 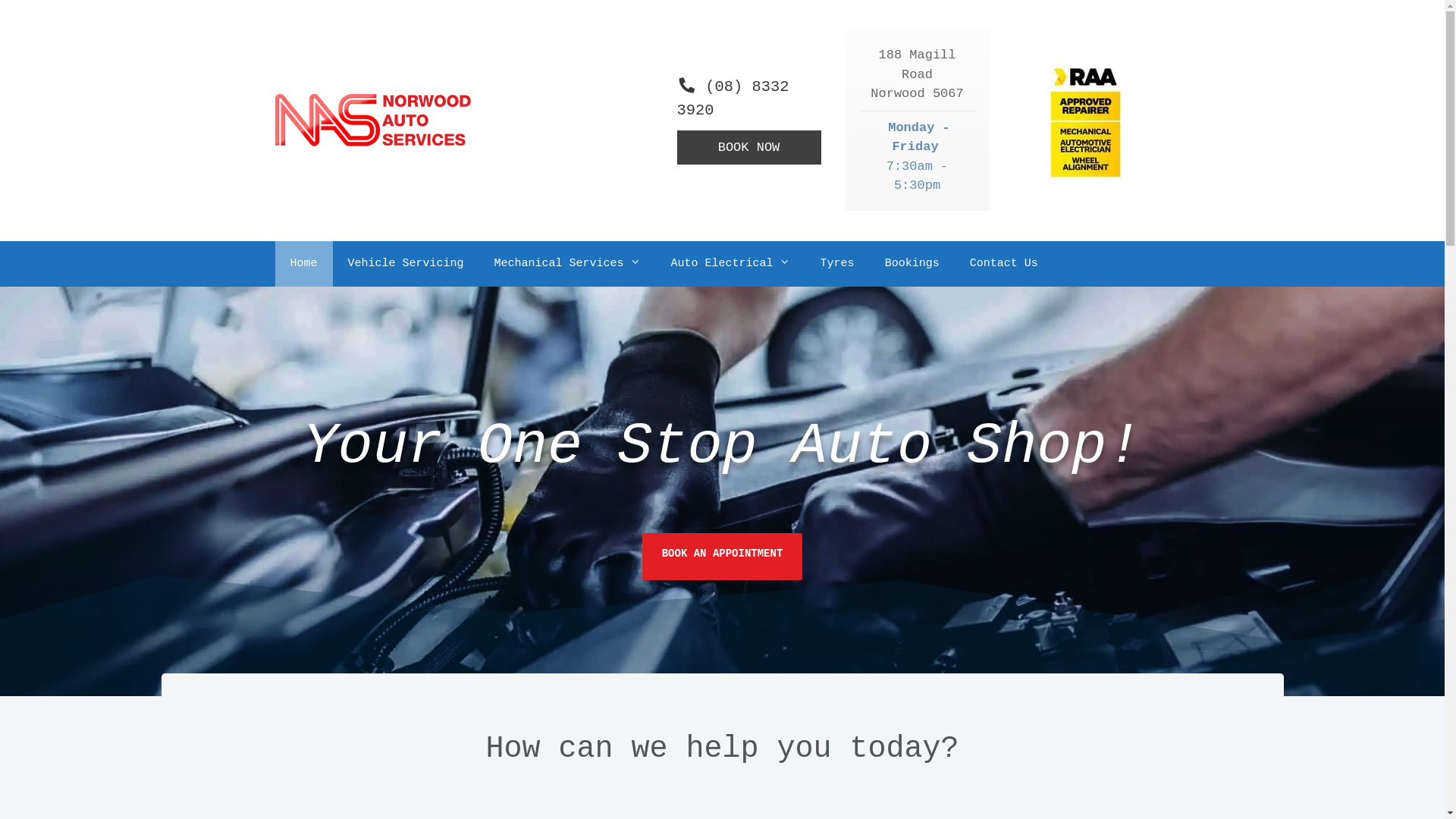 I want to click on 'Vehicle Servicing', so click(x=406, y=262).